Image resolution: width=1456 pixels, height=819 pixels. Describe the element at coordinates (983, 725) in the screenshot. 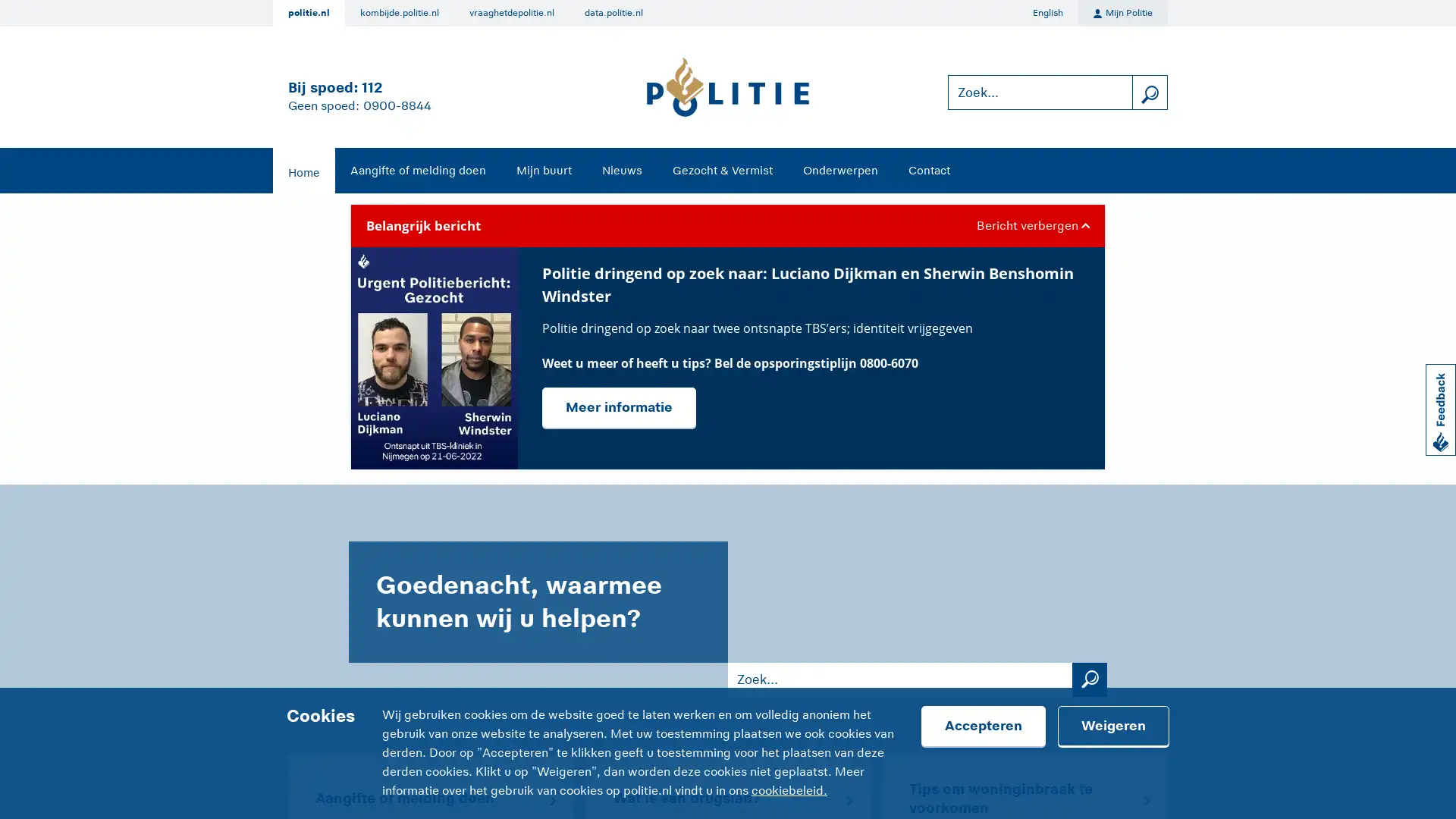

I see `Accepteren` at that location.